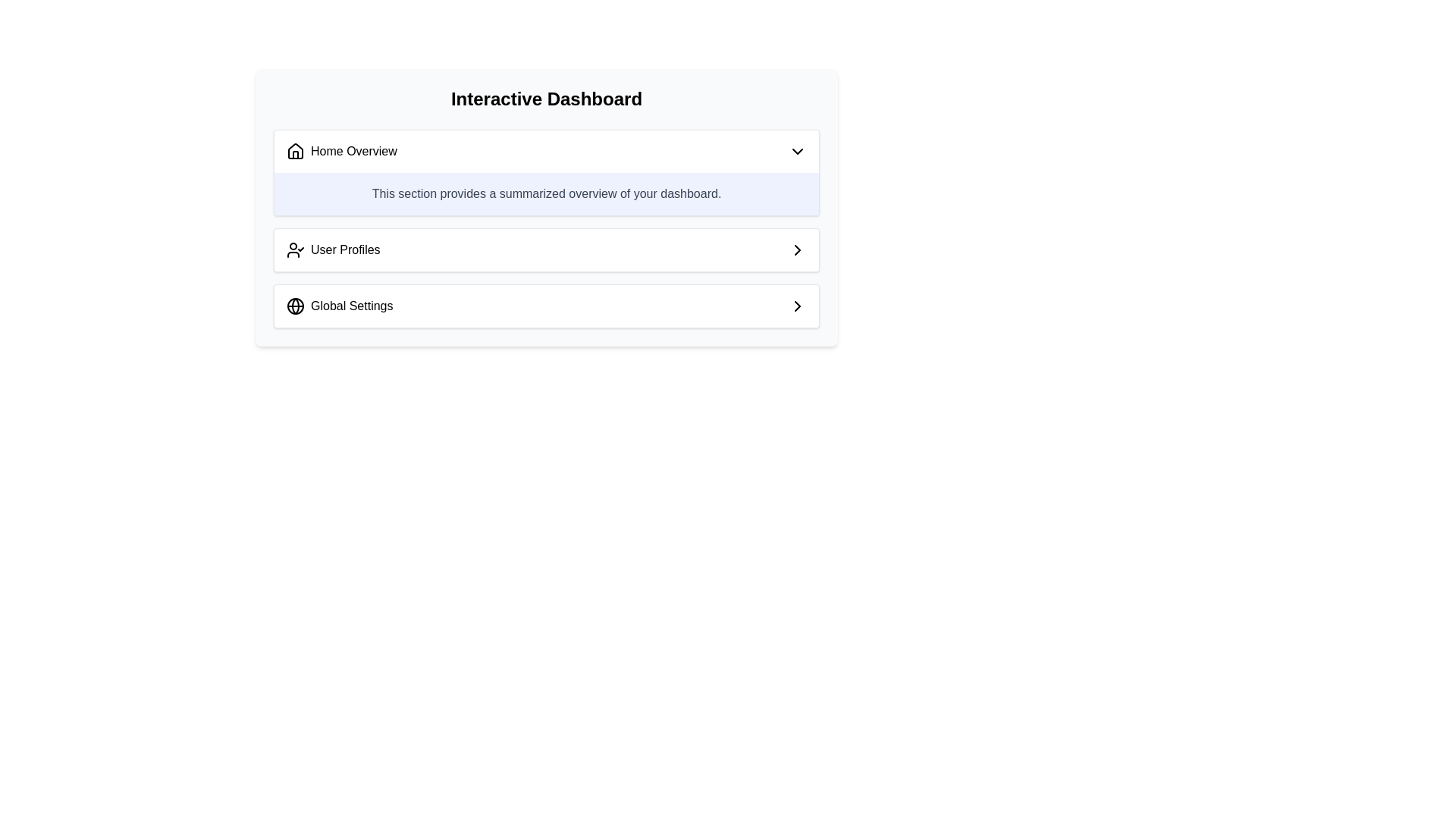 This screenshot has height=819, width=1456. What do you see at coordinates (546, 249) in the screenshot?
I see `the navigational button for 'User Profiles' located in the middle section of the dashboard` at bounding box center [546, 249].